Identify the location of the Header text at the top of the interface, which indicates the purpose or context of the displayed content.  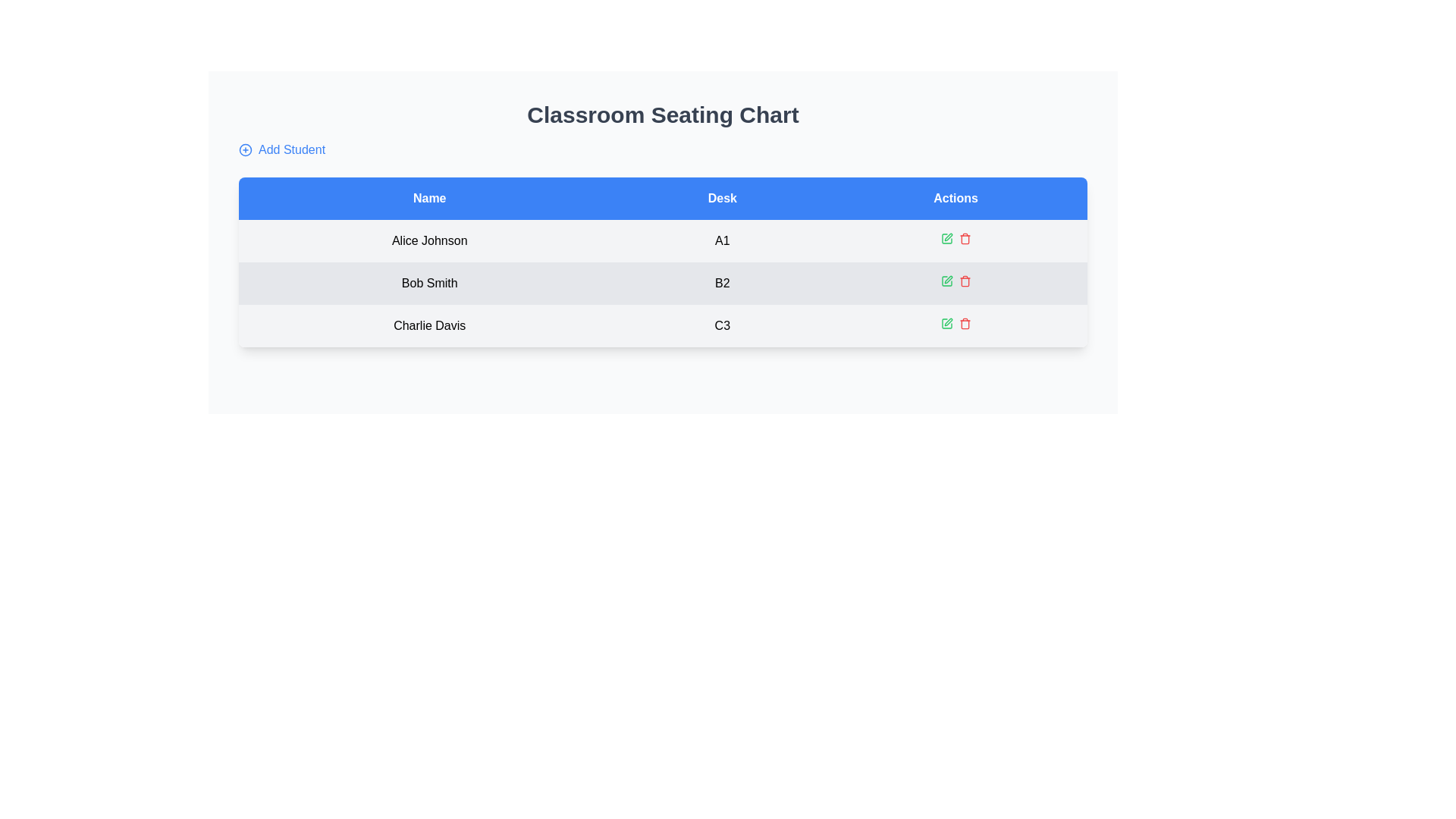
(663, 130).